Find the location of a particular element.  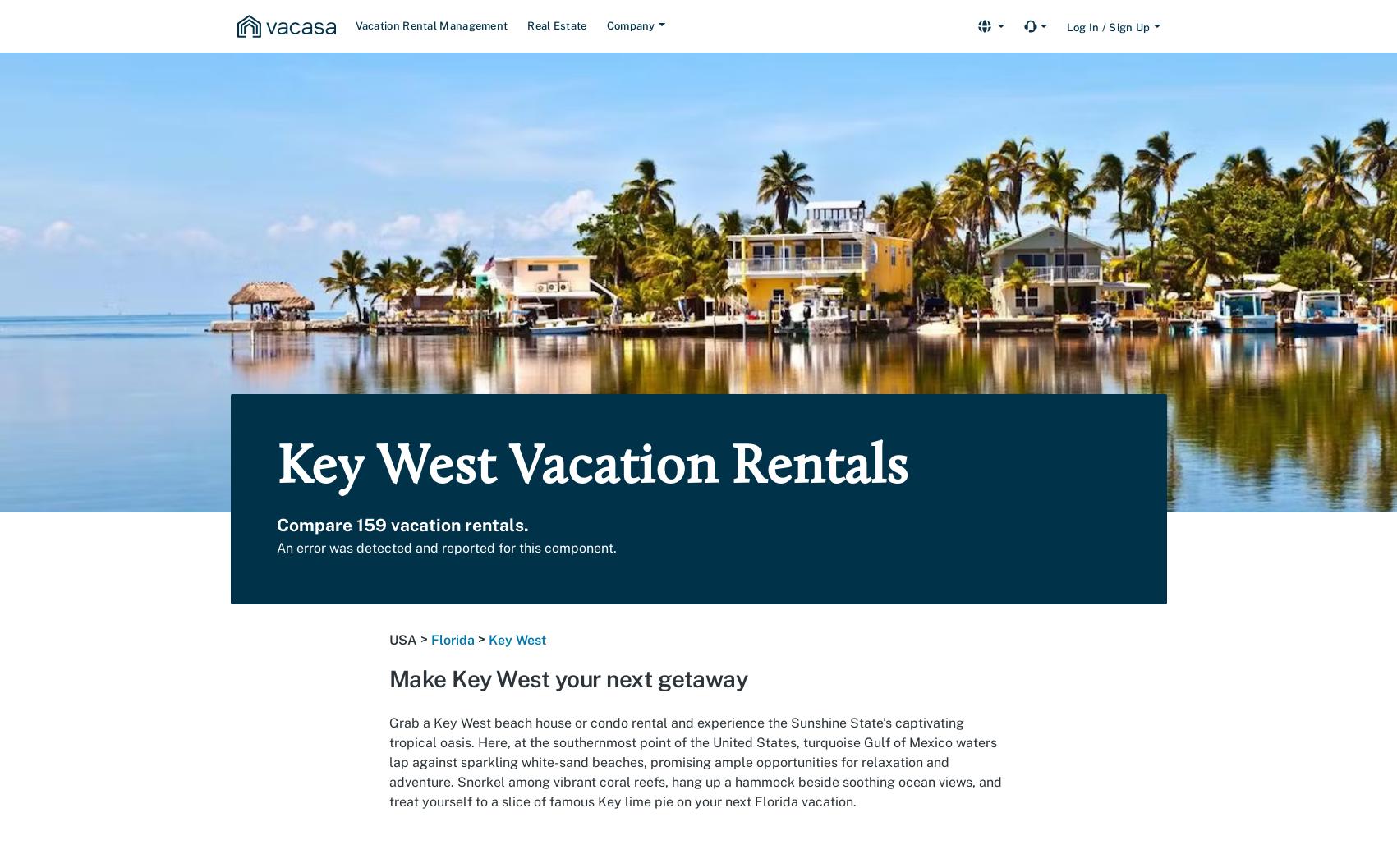

'Florida' is located at coordinates (452, 640).